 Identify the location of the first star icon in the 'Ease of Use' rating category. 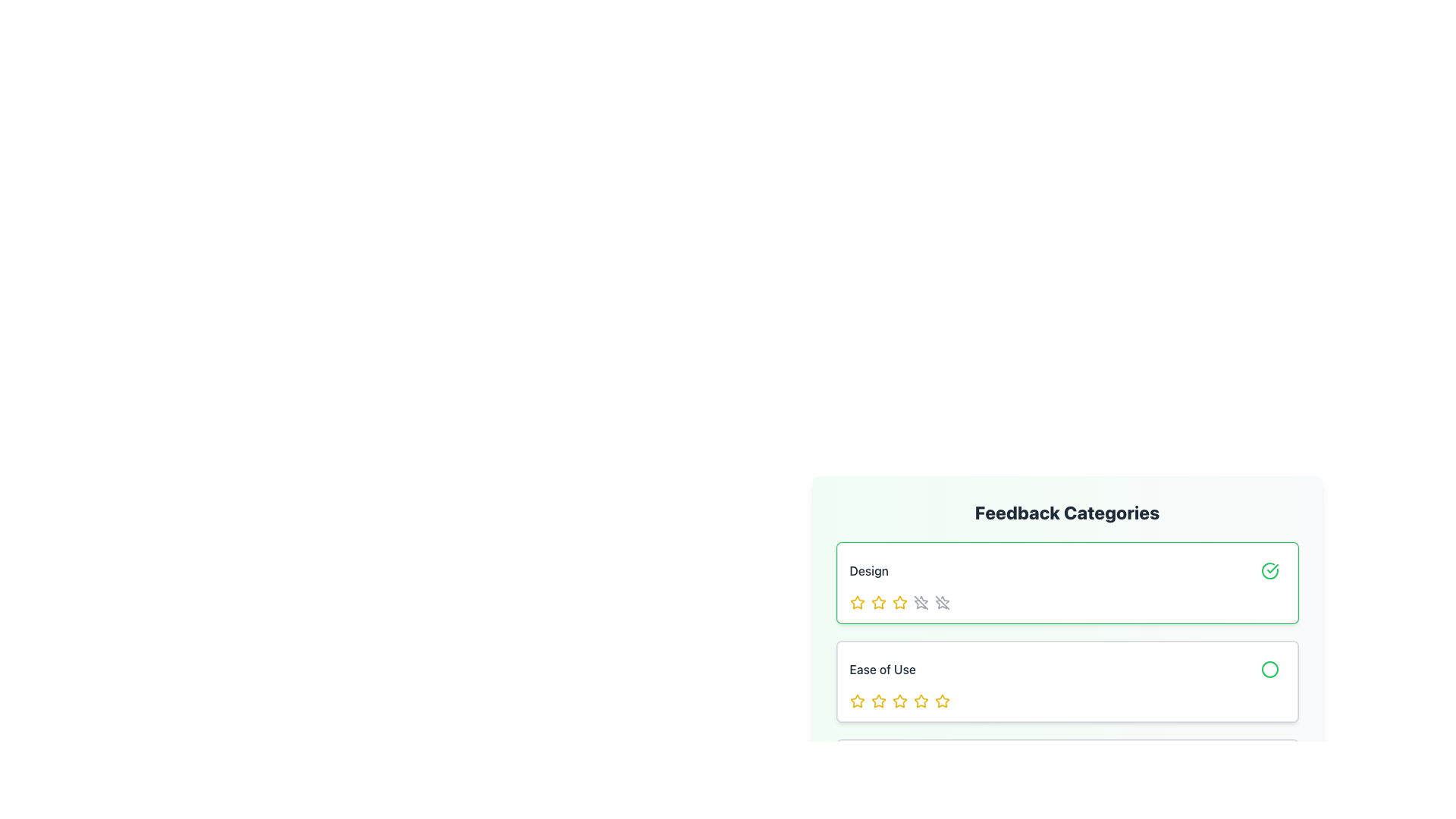
(878, 701).